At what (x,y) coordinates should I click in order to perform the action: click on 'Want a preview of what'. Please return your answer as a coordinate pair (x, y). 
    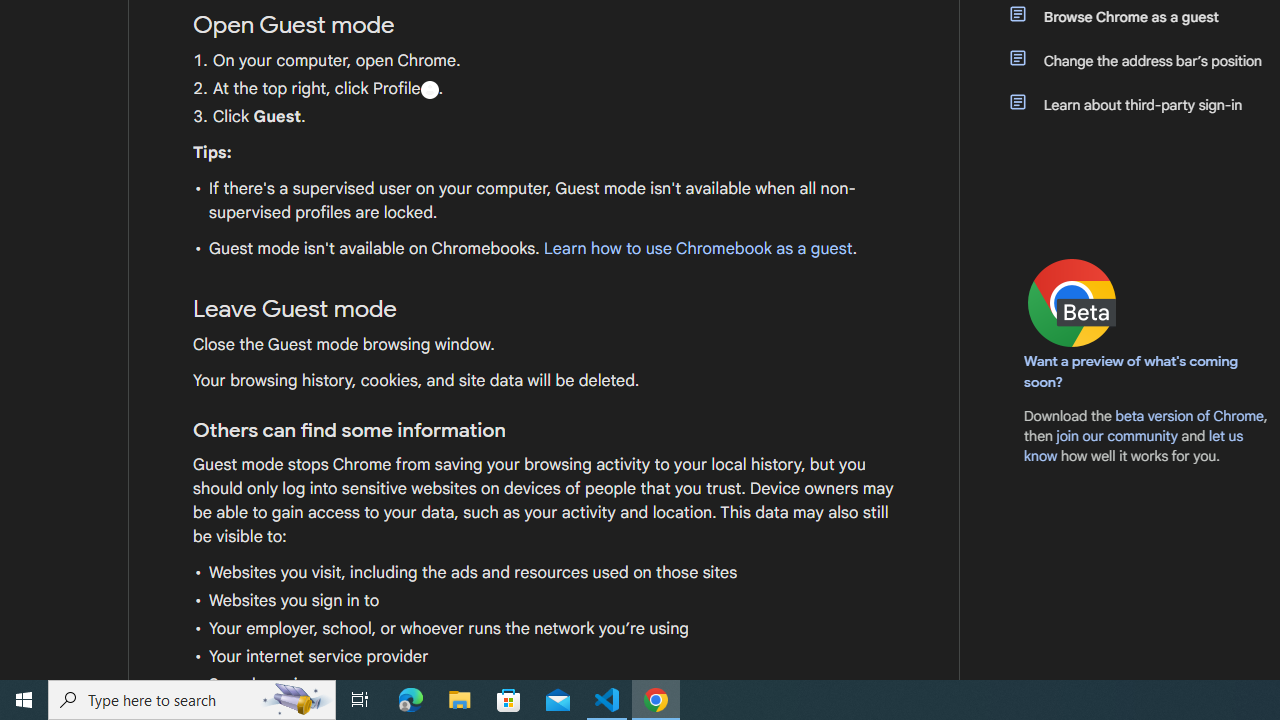
    Looking at the image, I should click on (1131, 371).